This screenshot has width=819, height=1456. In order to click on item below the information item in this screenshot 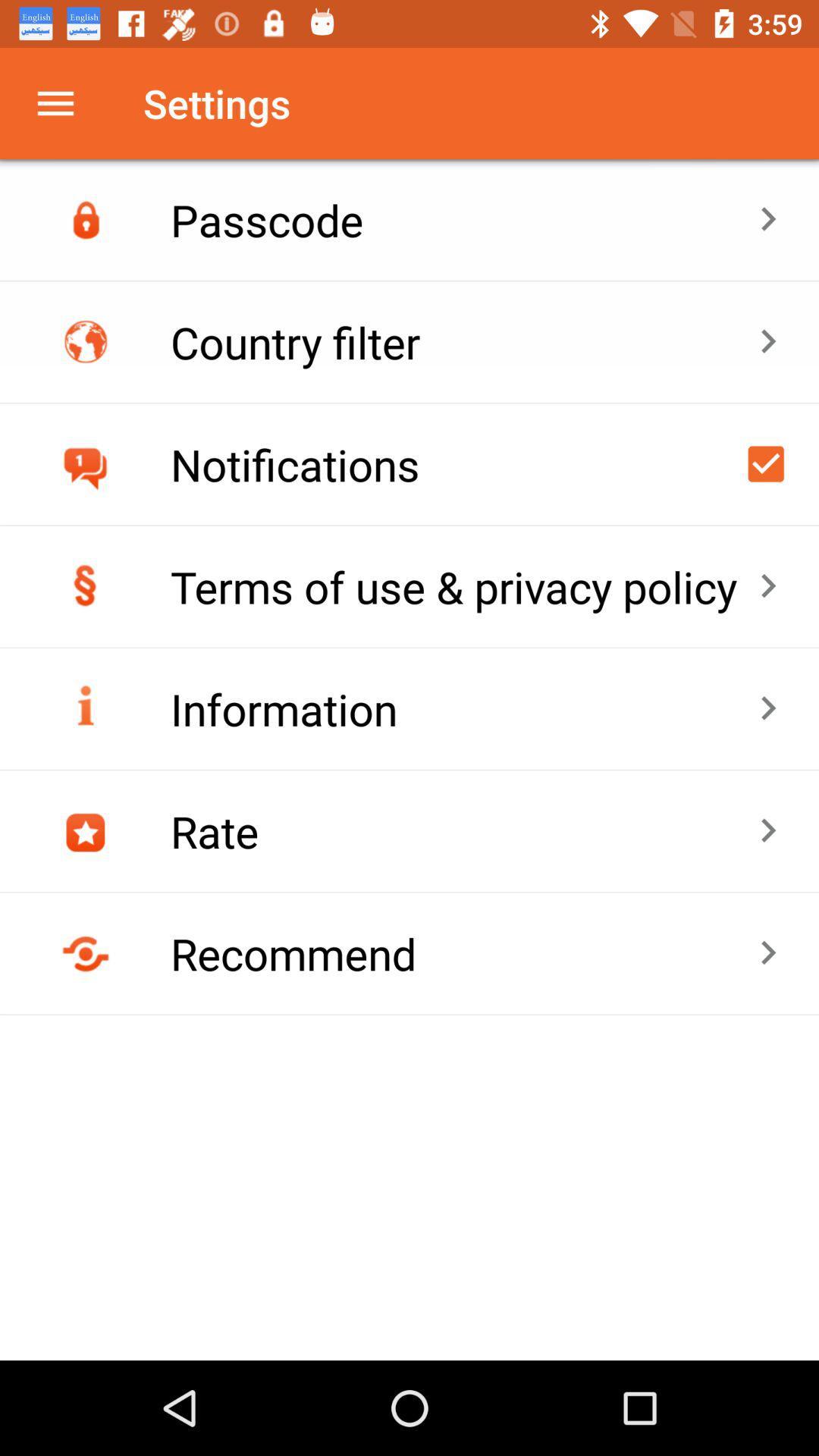, I will do `click(463, 830)`.